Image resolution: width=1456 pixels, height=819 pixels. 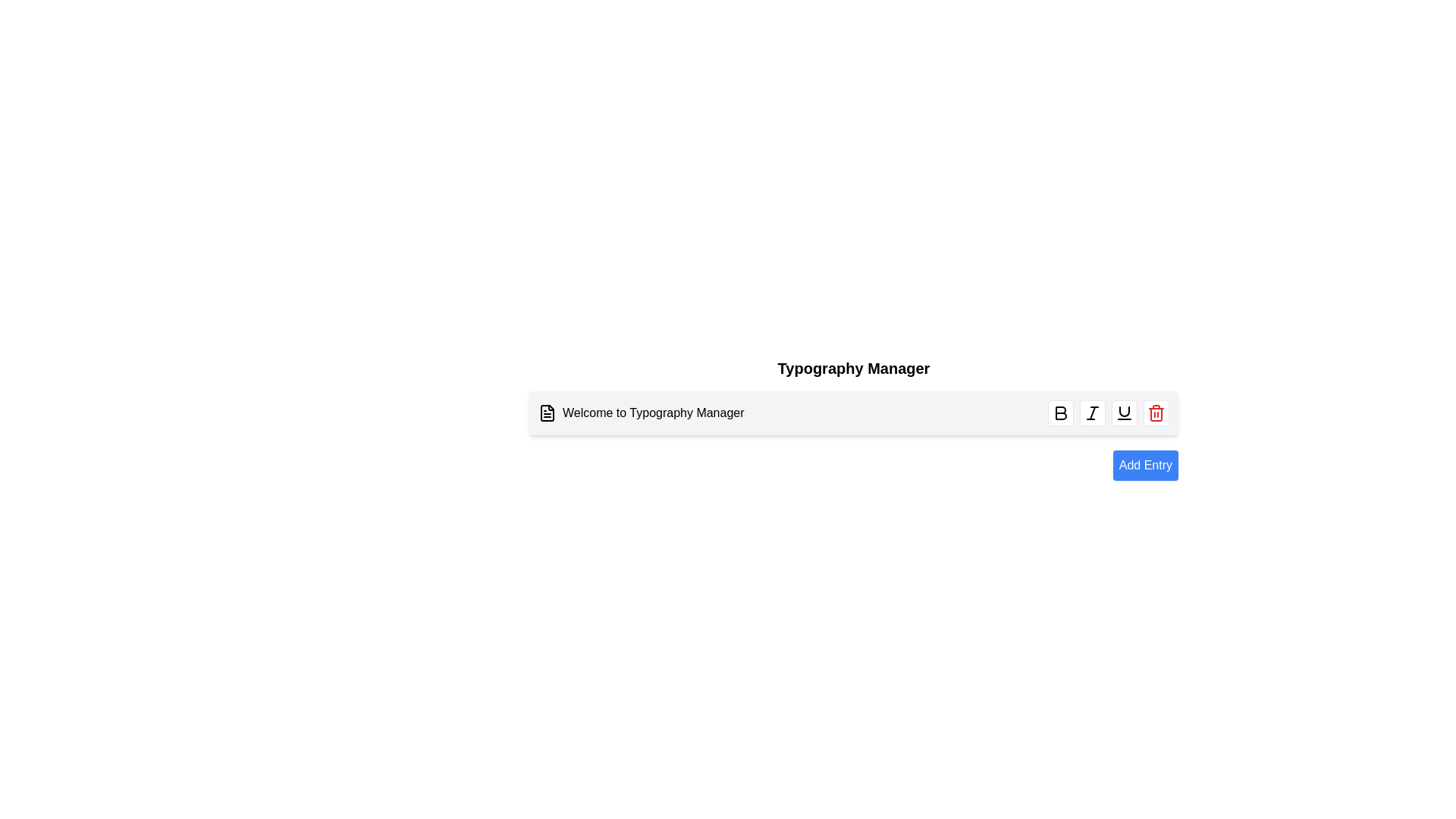 What do you see at coordinates (1092, 413) in the screenshot?
I see `the toggle button for applying or removing italic styling to text in the rich-text editor, located as the second icon from left to right in a sequence of four formatting controls` at bounding box center [1092, 413].